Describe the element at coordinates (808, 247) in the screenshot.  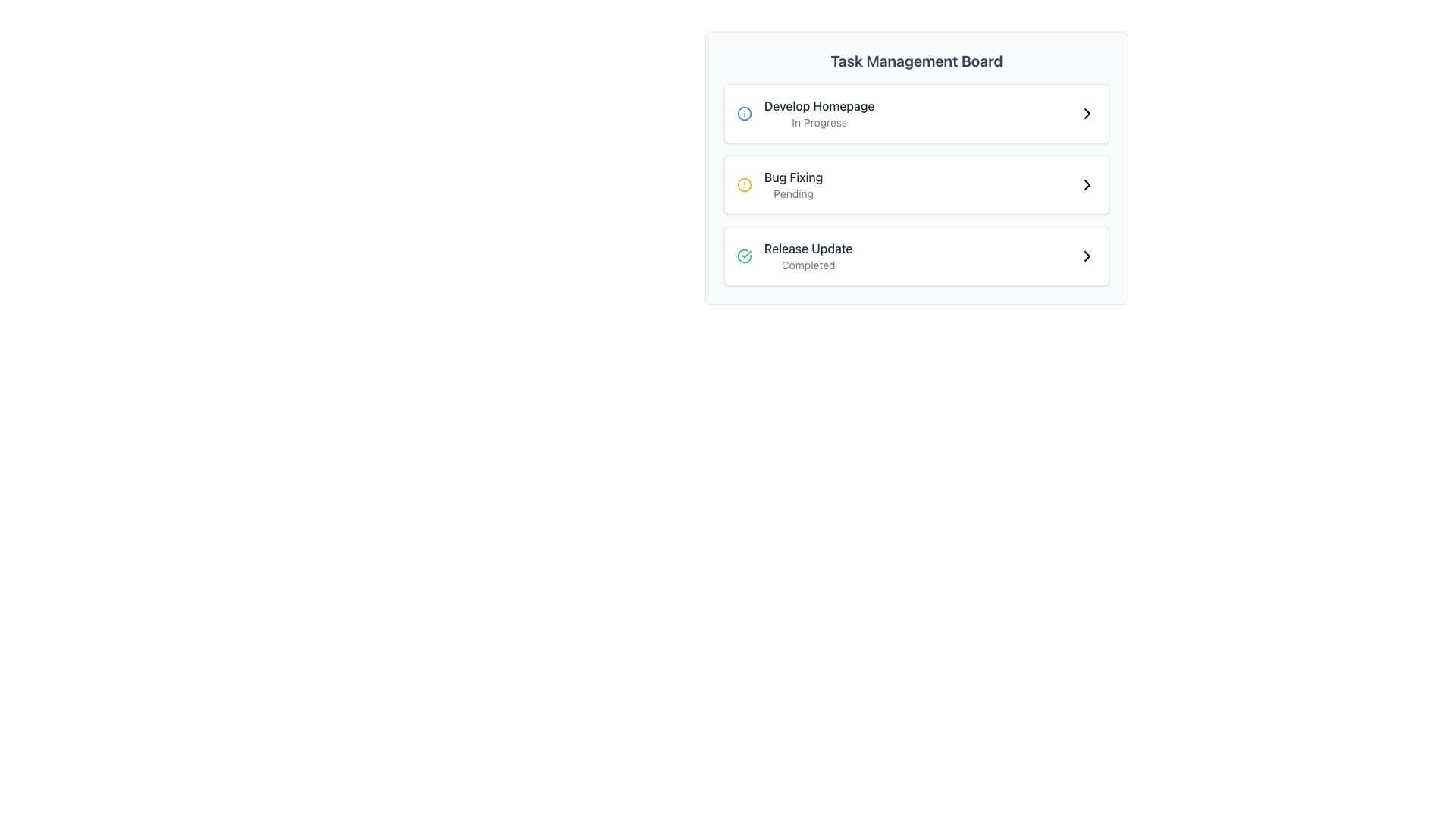
I see `text label 'Release Update' that identifies the task in the task management board, positioned above 'Completed' in the vertical list` at that location.